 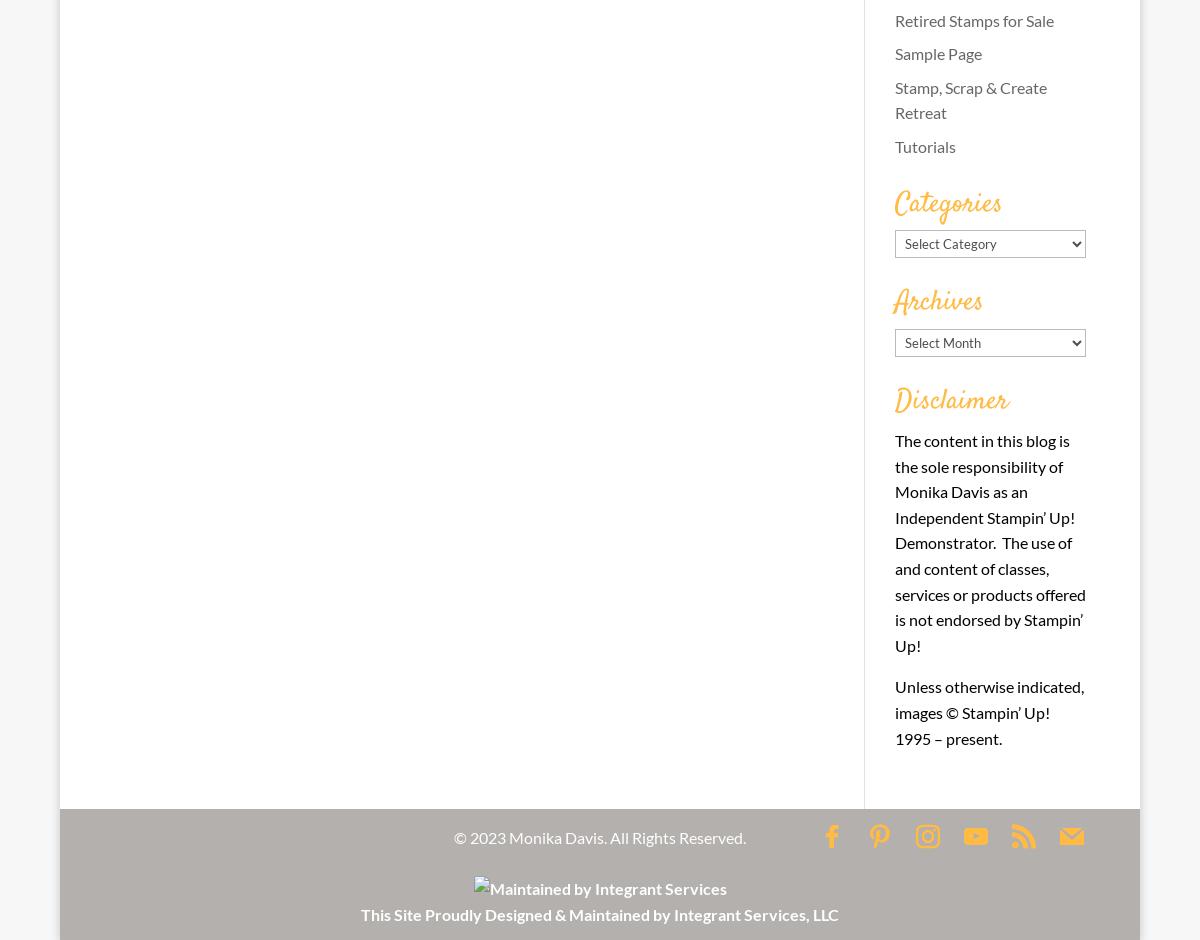 What do you see at coordinates (487, 835) in the screenshot?
I see `'2023'` at bounding box center [487, 835].